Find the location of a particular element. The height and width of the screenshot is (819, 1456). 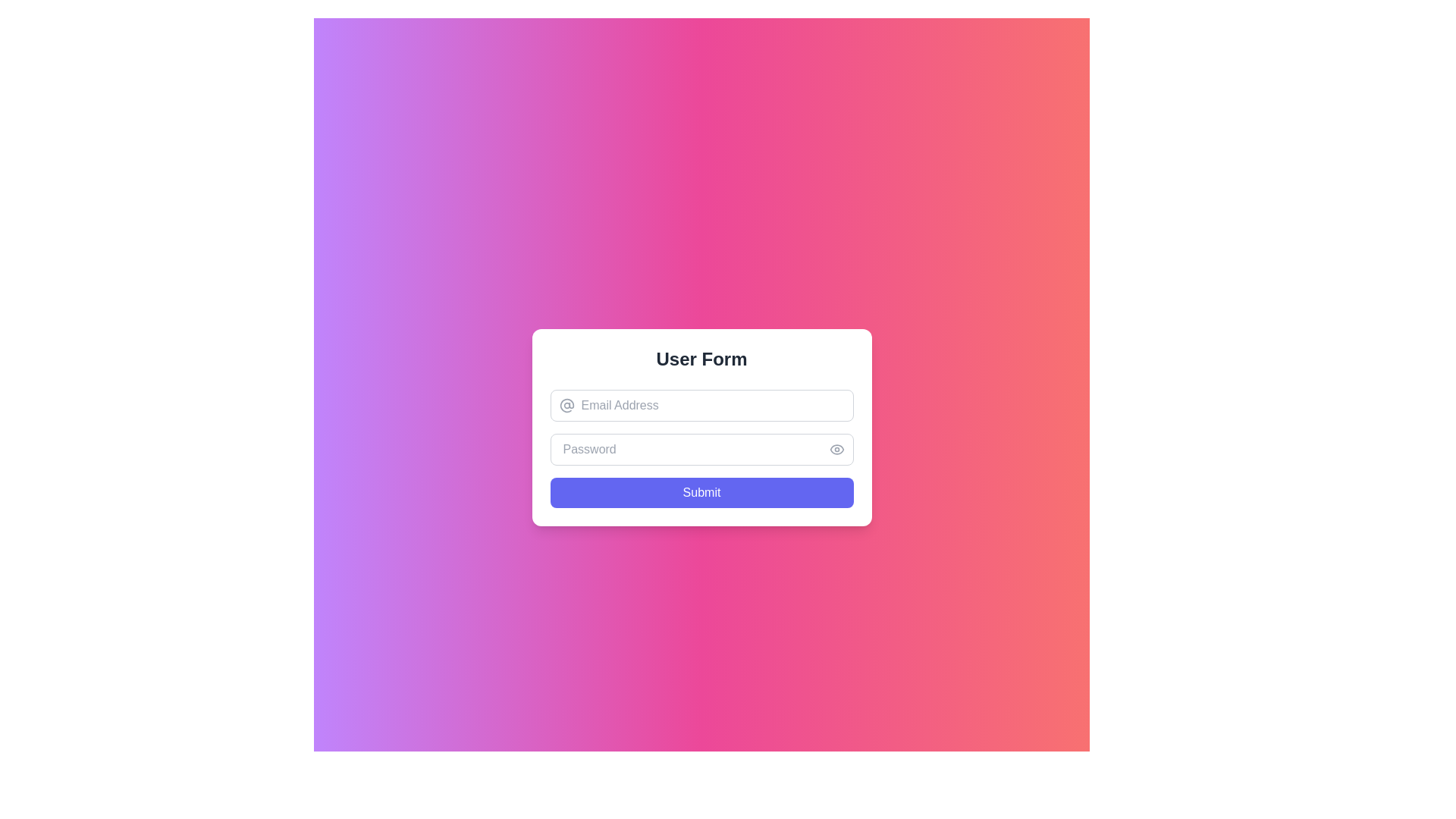

the 'Submit' button, which is a rectangular button with rounded corners, indigo background, and white text, located at the bottom of the input fields in the form layout is located at coordinates (701, 493).